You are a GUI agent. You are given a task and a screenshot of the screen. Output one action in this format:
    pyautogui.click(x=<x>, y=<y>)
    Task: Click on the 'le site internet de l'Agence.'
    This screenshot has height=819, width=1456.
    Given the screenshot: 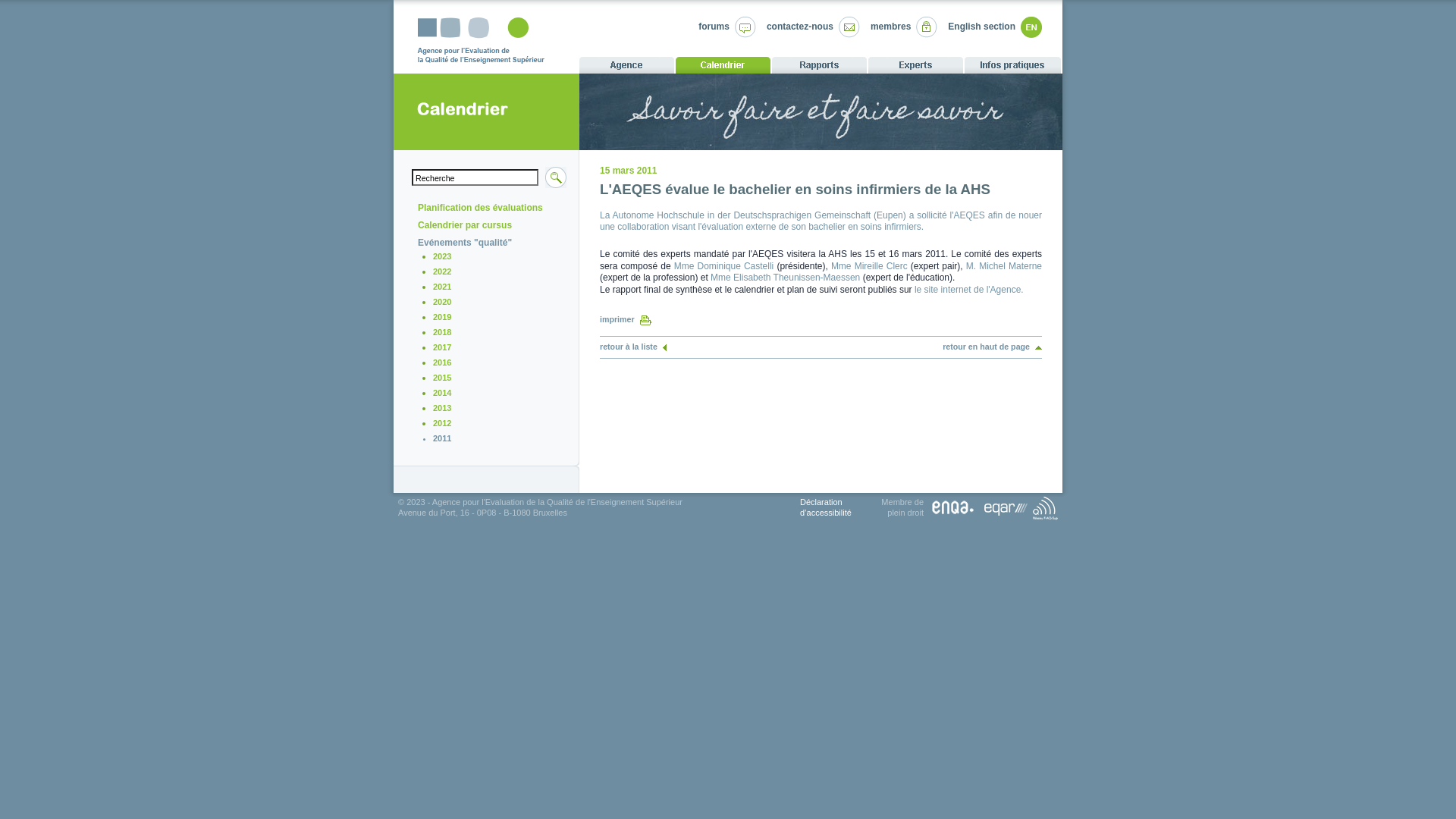 What is the action you would take?
    pyautogui.click(x=968, y=289)
    